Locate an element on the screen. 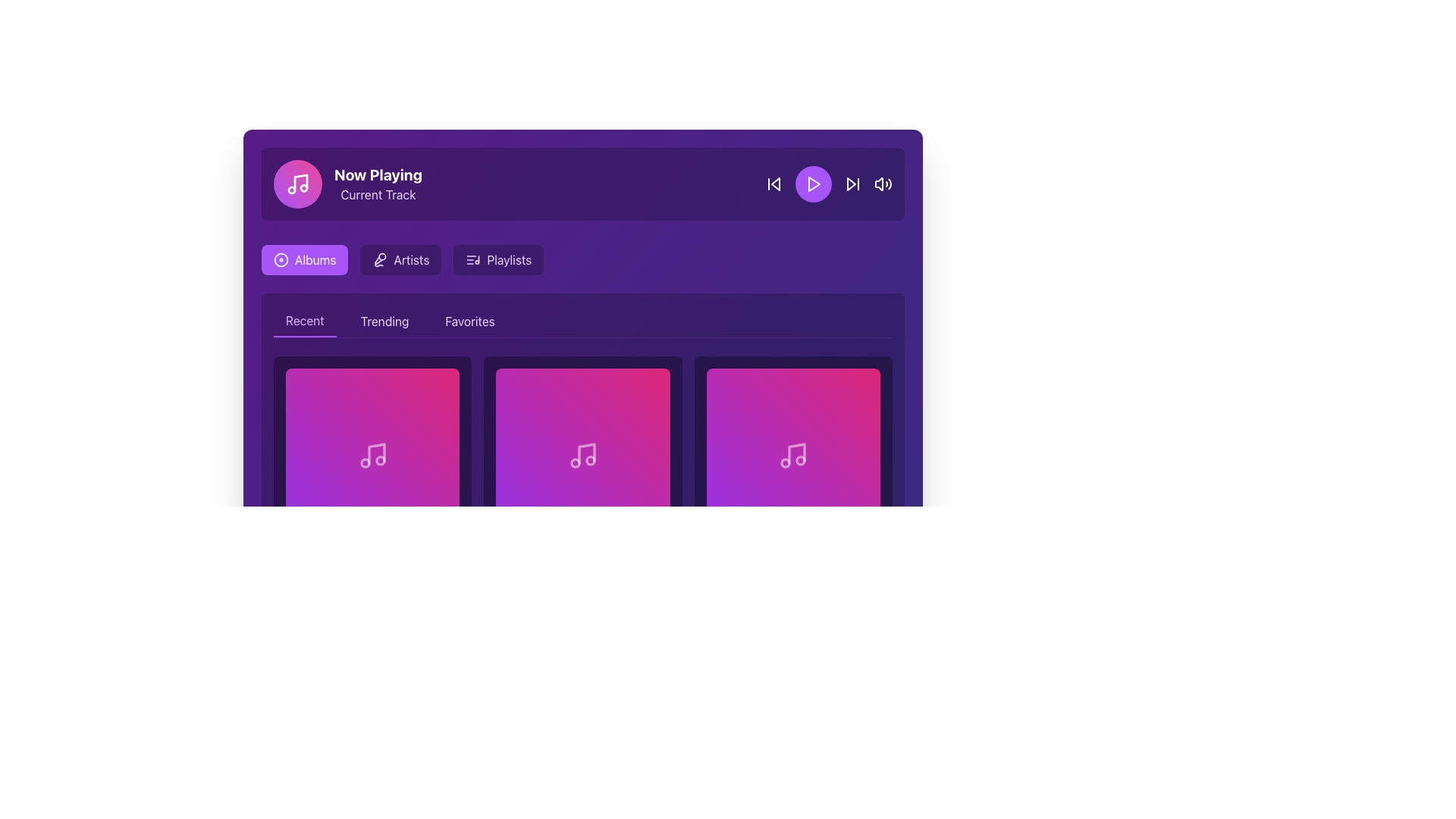  the 'Albums' text label, which is integrated within a button-like component is located at coordinates (315, 259).